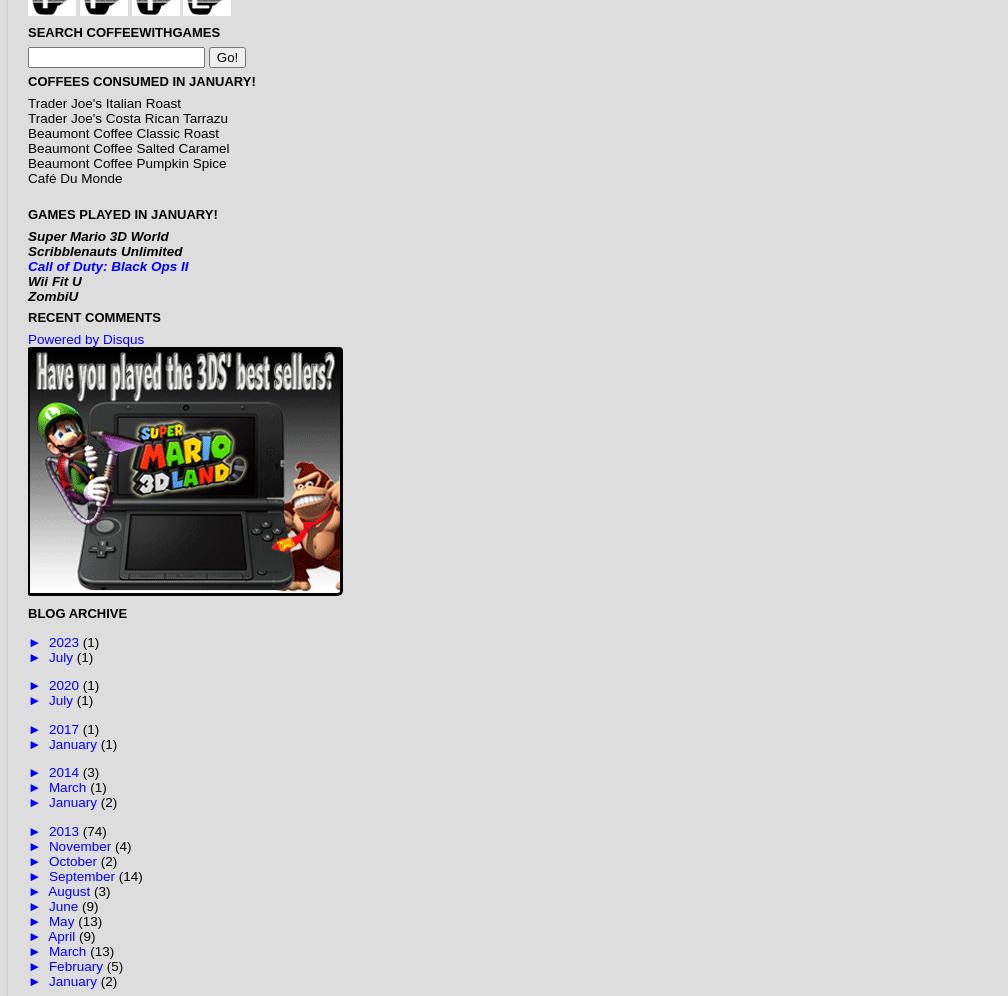  What do you see at coordinates (65, 685) in the screenshot?
I see `'2020'` at bounding box center [65, 685].